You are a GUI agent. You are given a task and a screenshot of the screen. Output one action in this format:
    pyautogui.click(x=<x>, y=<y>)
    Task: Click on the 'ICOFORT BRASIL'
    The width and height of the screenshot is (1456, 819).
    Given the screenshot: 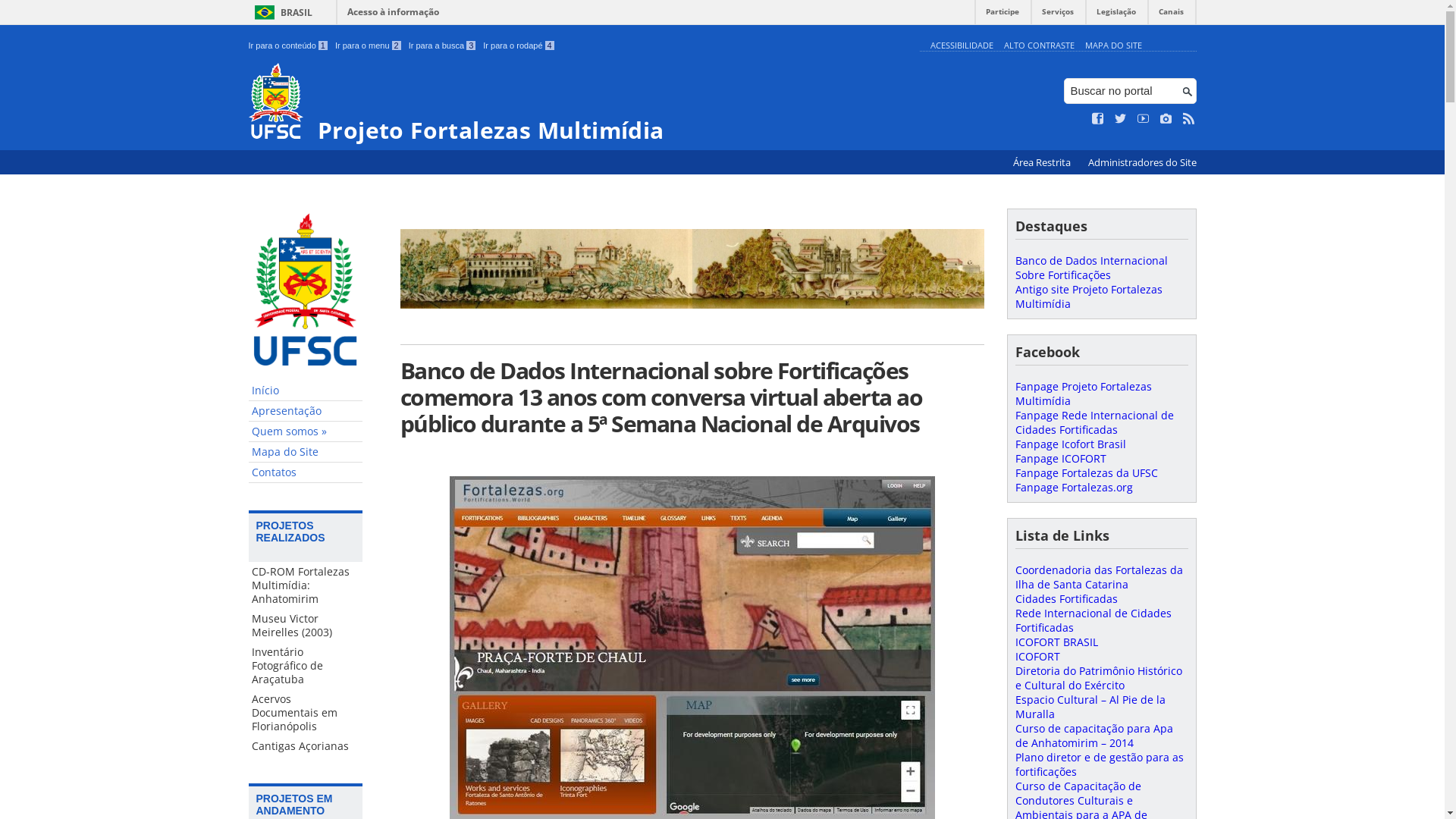 What is the action you would take?
    pyautogui.click(x=1055, y=642)
    